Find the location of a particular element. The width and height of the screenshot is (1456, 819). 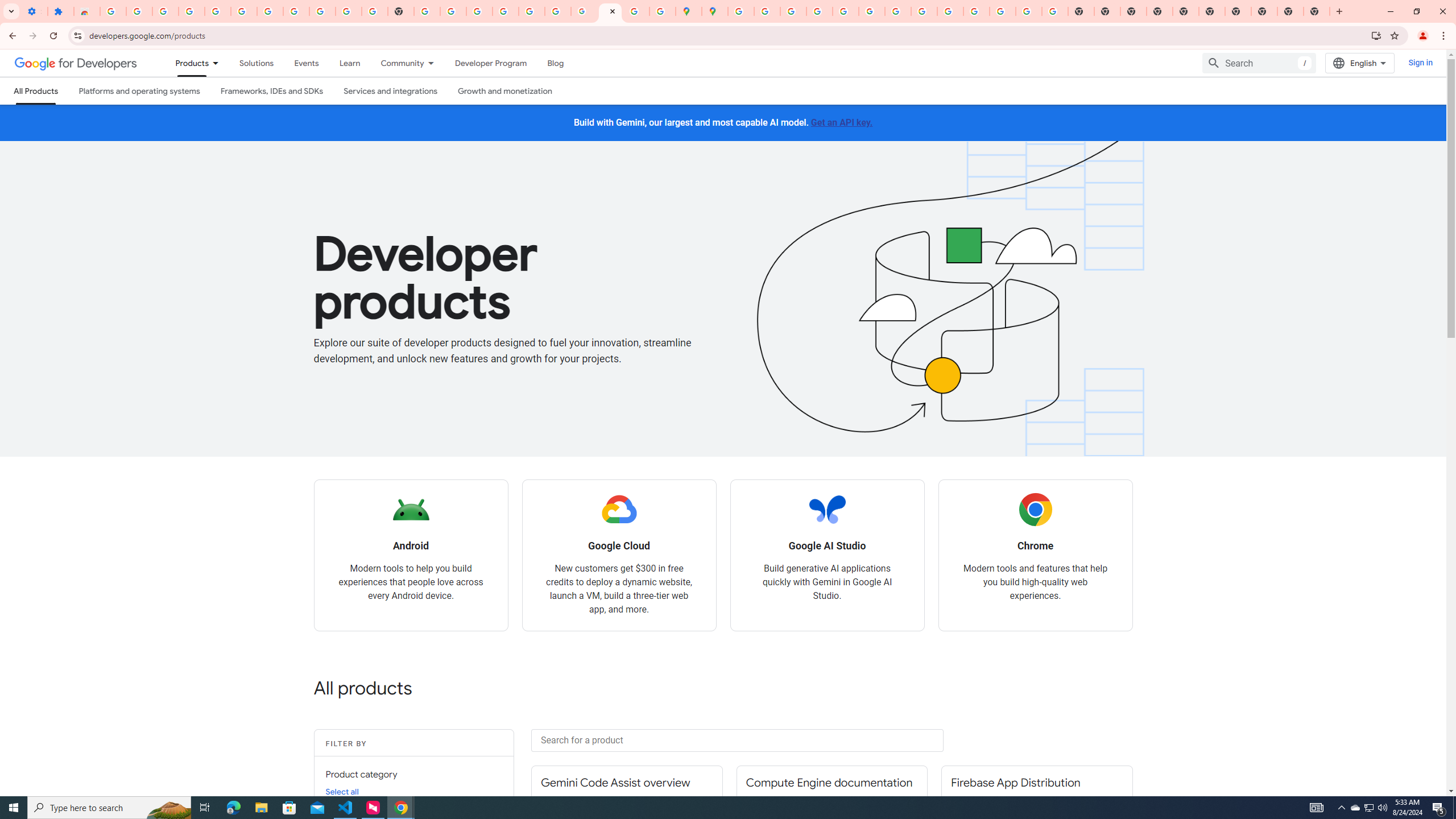

'Learn how to find your photos - Google Photos Help' is located at coordinates (217, 11).